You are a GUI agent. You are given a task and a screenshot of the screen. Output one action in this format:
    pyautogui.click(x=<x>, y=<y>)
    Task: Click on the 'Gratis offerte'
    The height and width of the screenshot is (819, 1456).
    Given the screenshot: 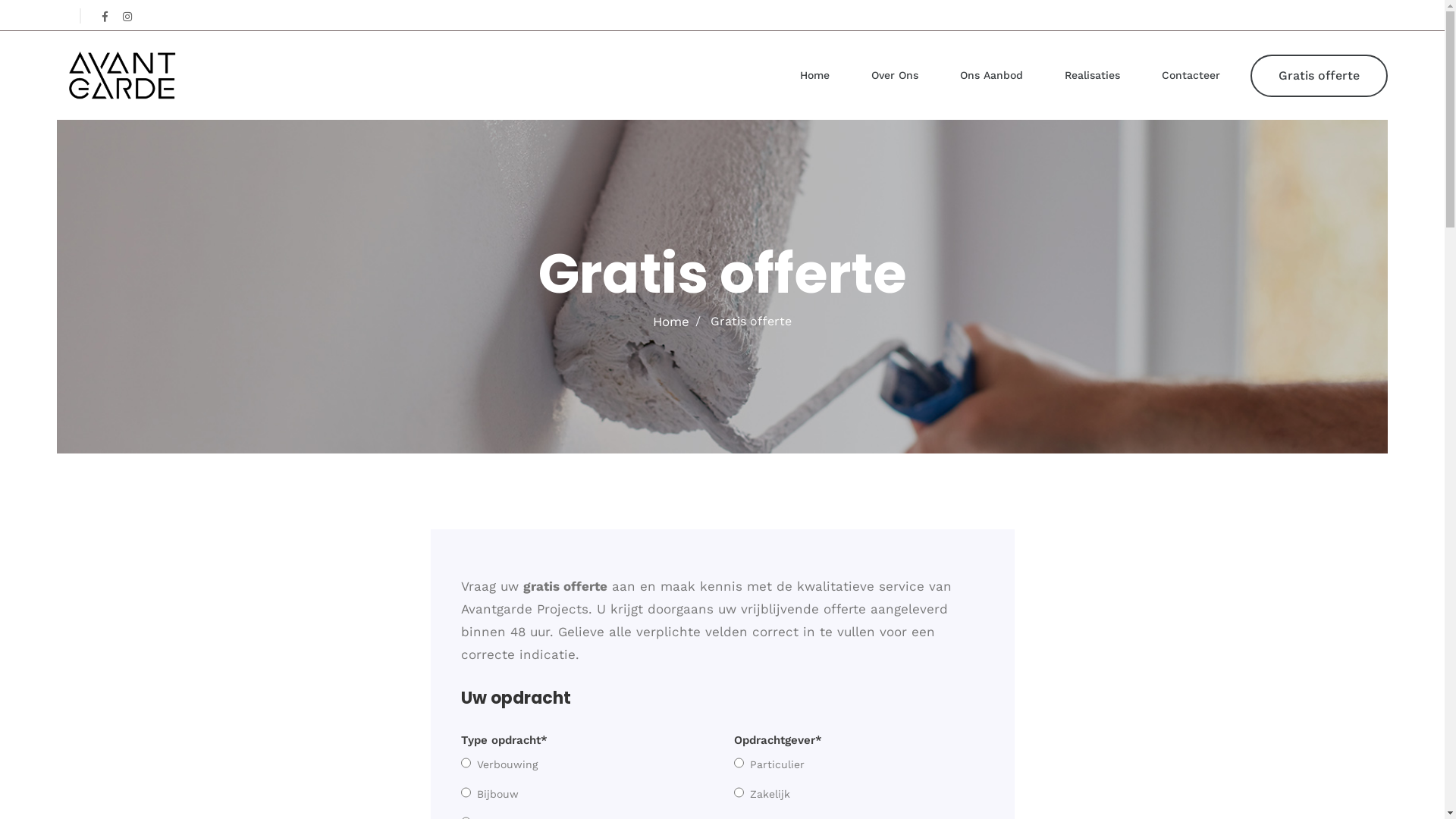 What is the action you would take?
    pyautogui.click(x=1318, y=76)
    